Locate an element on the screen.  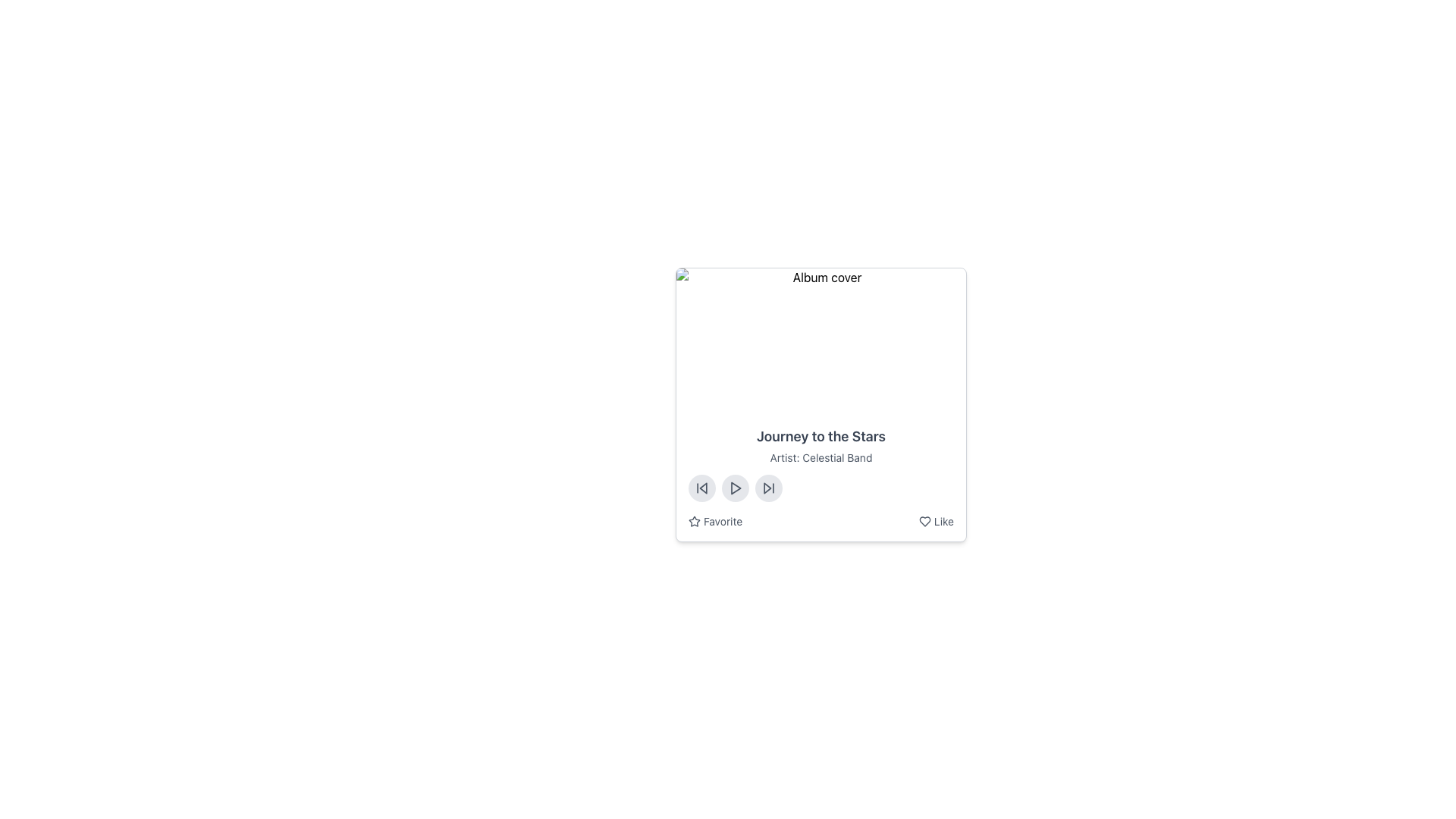
the 'Like' icon button located in the bottom-right corner of the card structure that allows users to mark an item as liked or favorited is located at coordinates (924, 520).